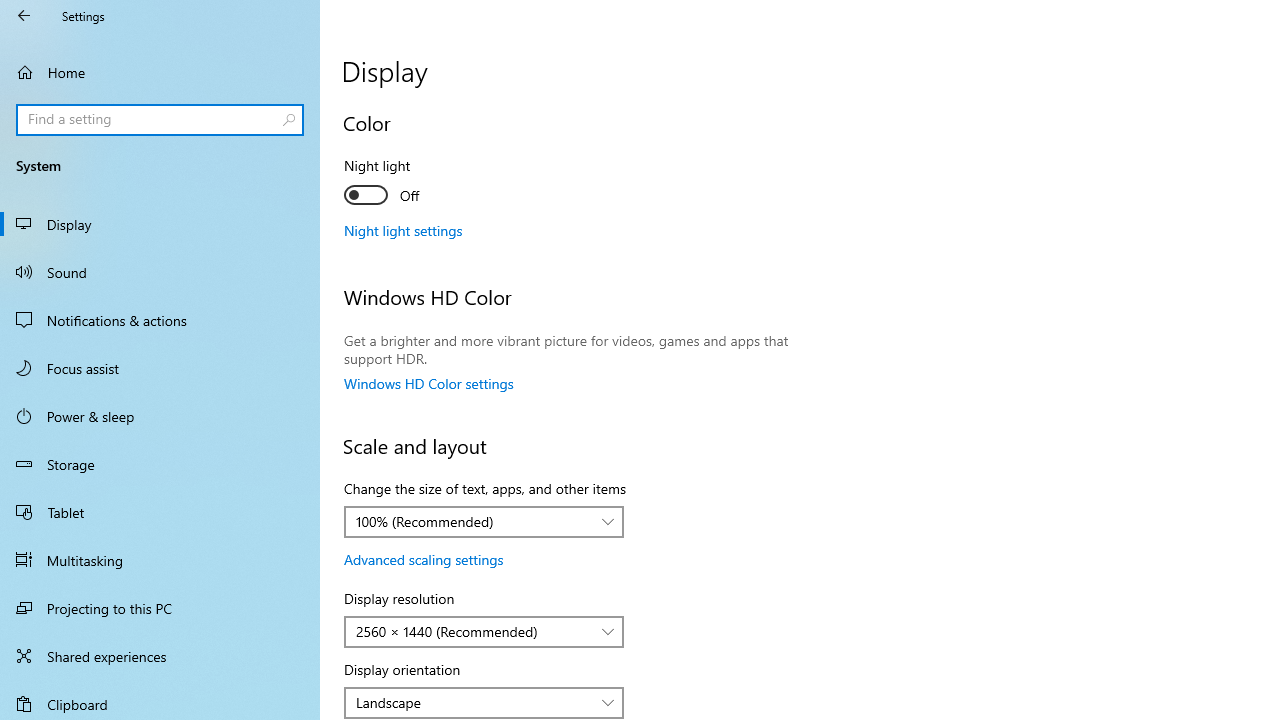  I want to click on '100% (Recommended)', so click(472, 520).